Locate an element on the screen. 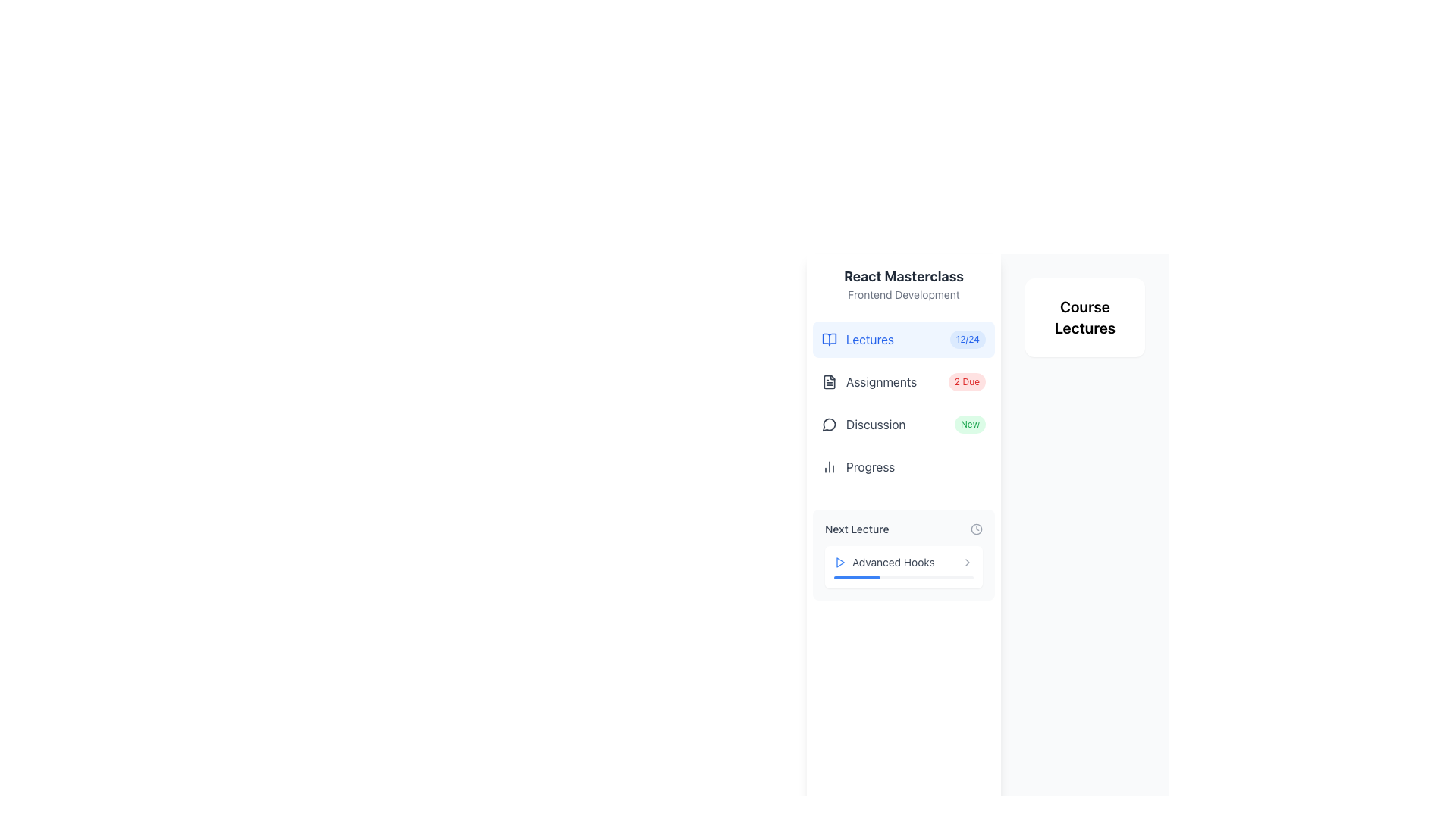  the navigation button for the 'Assignments' section is located at coordinates (903, 381).